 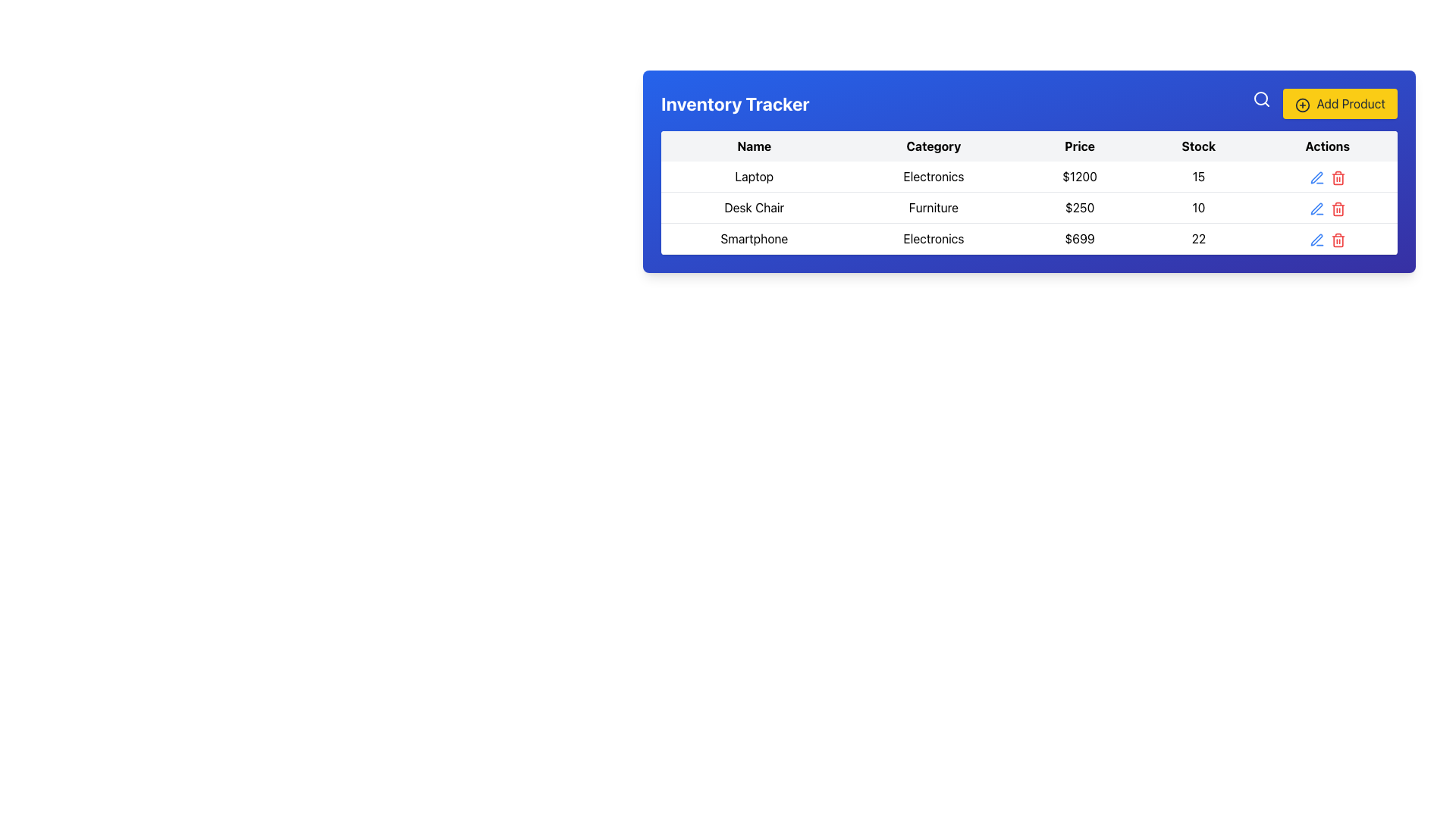 I want to click on the 'Stock' header label in the table, which is the fourth label in a sequence of five headers, positioned between 'Price' and 'Actions', so click(x=1197, y=146).